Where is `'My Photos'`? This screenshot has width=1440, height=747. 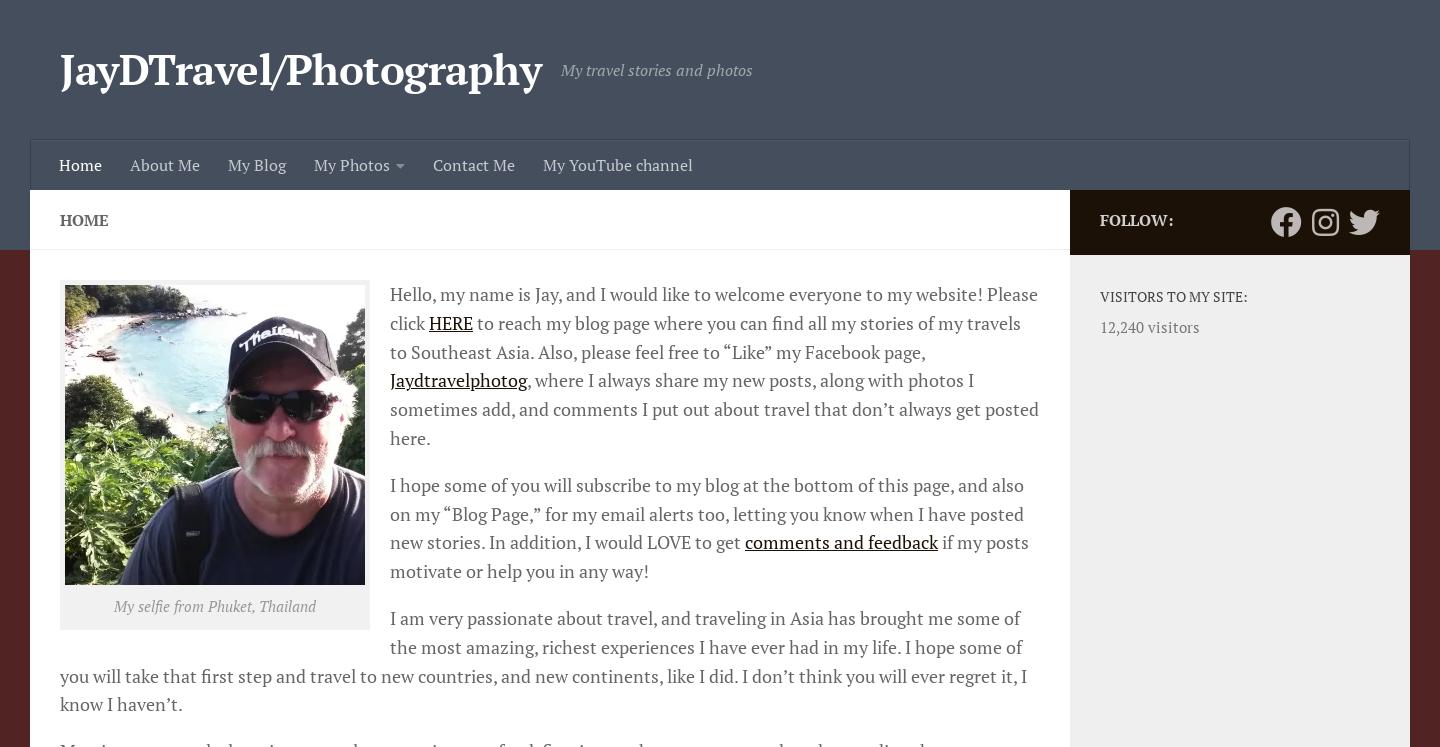 'My Photos' is located at coordinates (351, 164).